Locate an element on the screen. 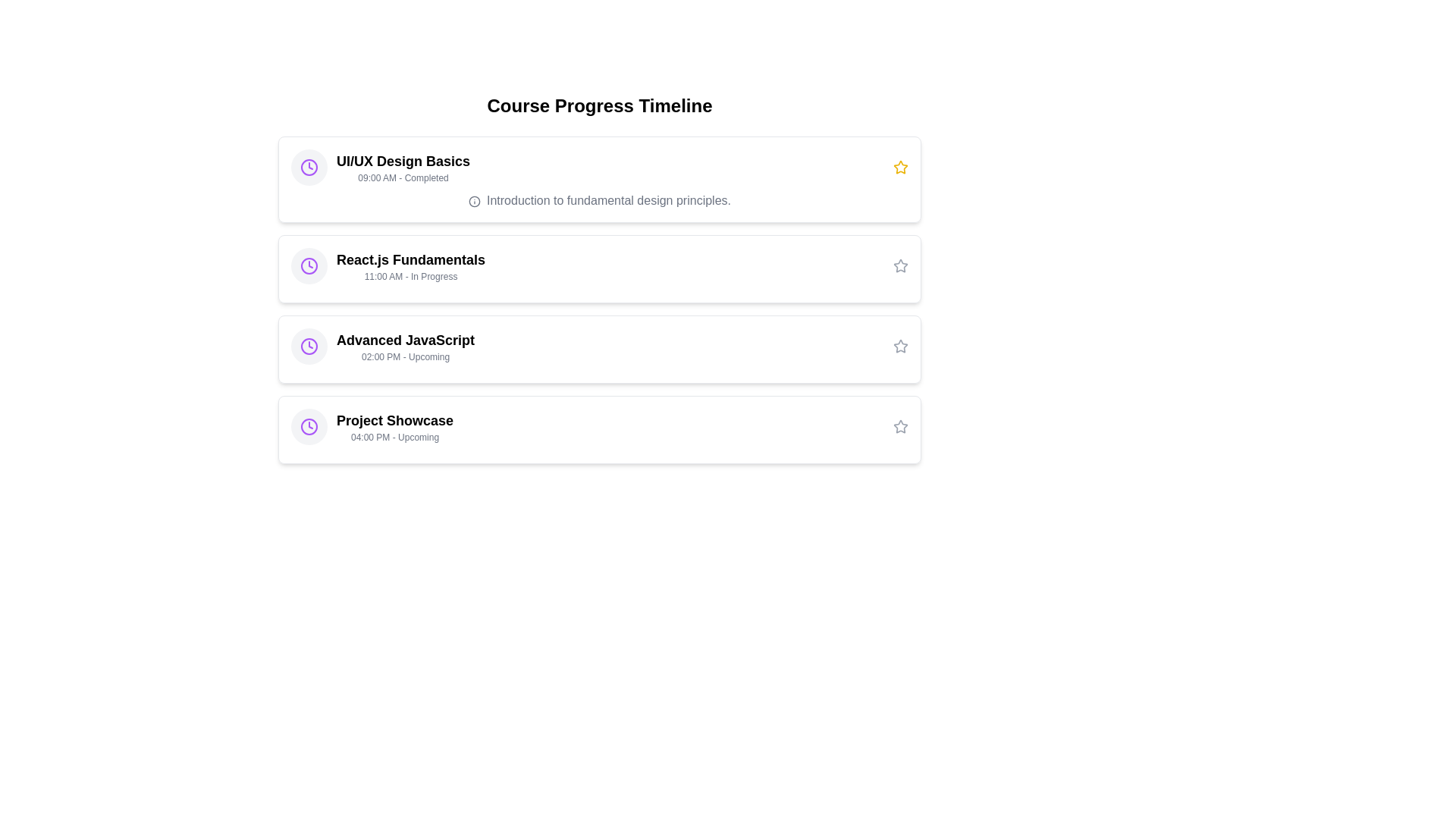  the static text displaying the title of a completed course session, which is located directly below the 'Course Progress Timeline' heading and to the right of a clock icon is located at coordinates (403, 167).